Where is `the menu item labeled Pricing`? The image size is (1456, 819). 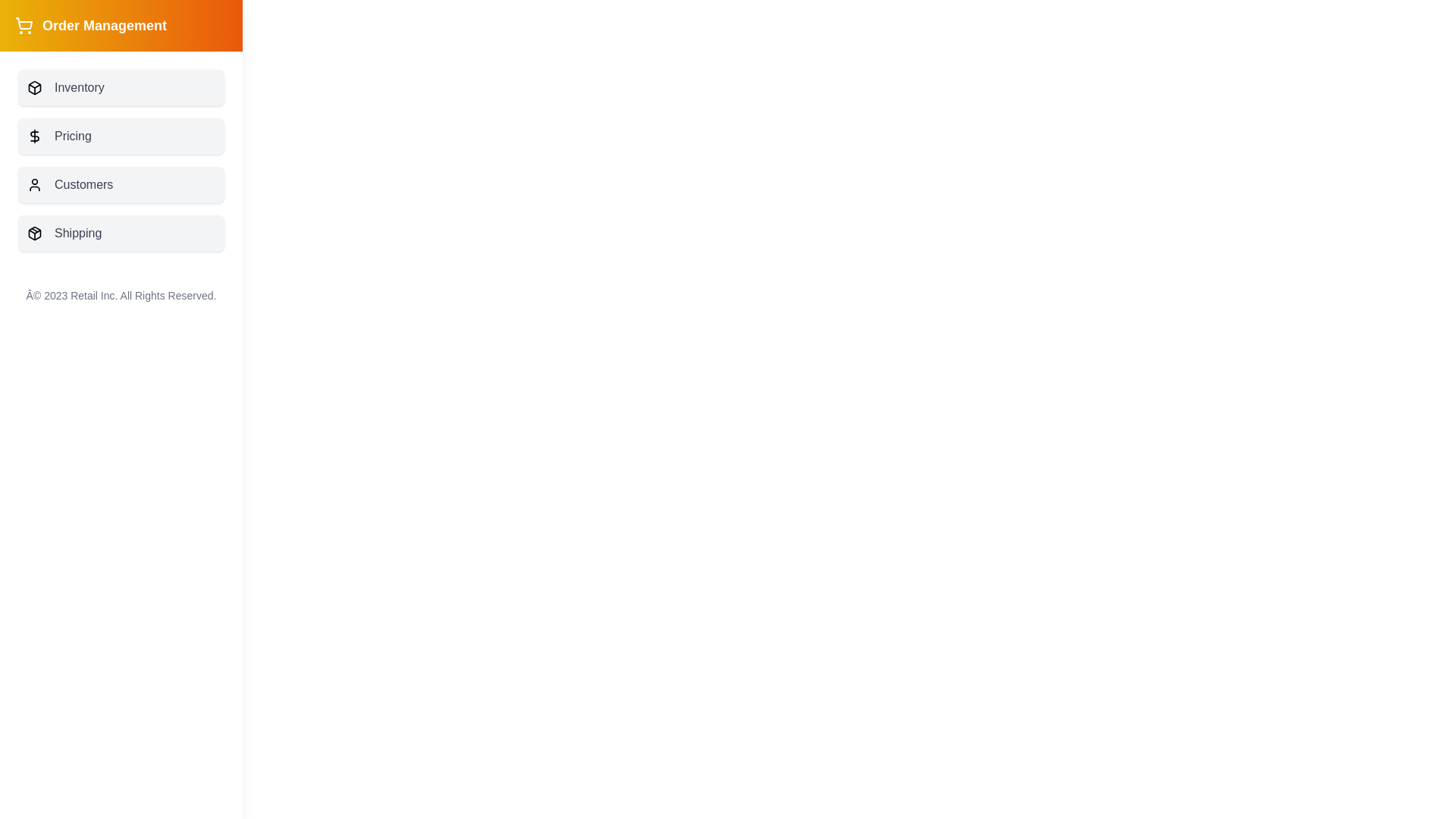
the menu item labeled Pricing is located at coordinates (120, 136).